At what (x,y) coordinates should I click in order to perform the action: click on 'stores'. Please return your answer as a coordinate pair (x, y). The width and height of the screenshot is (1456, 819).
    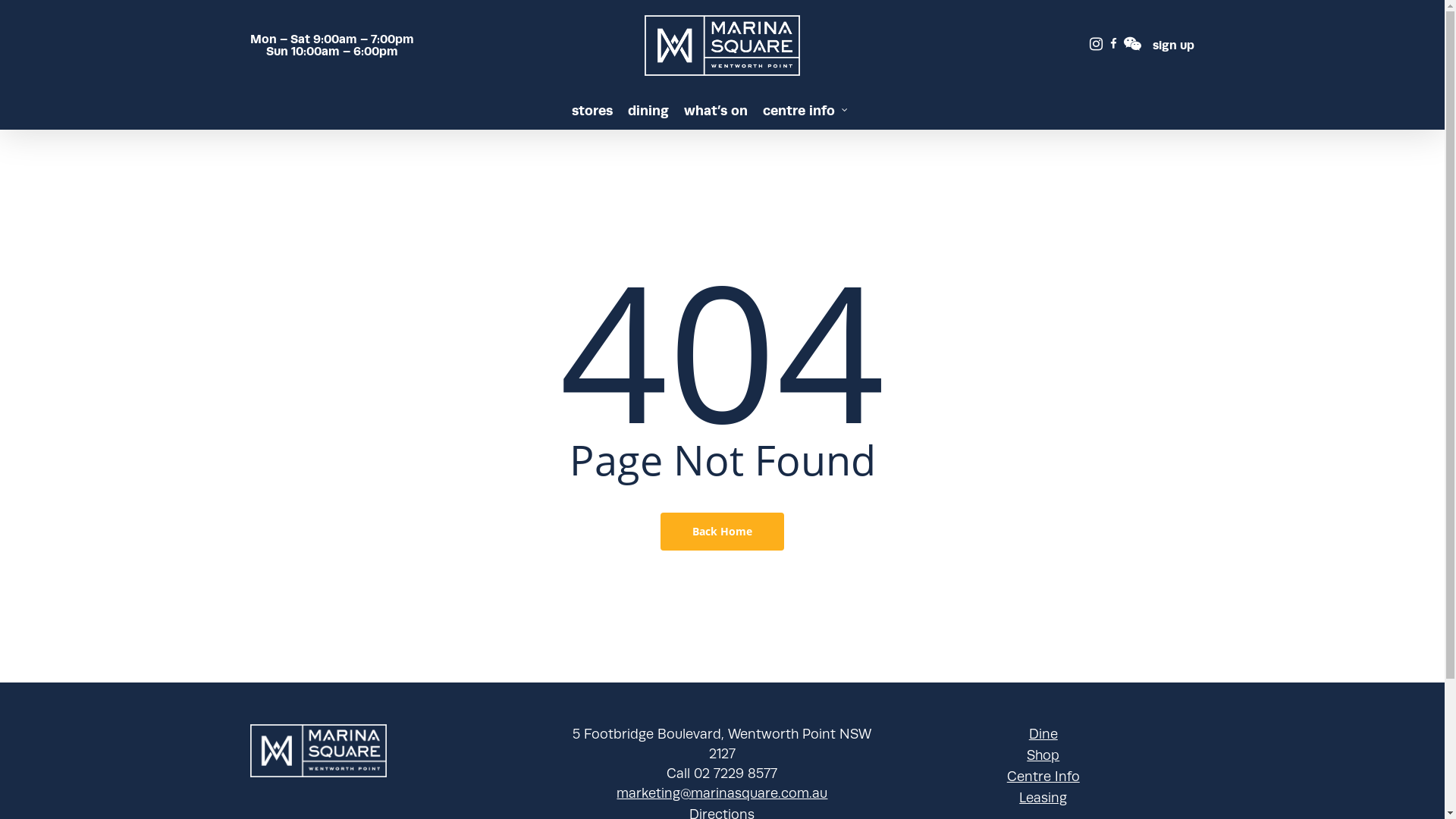
    Looking at the image, I should click on (591, 109).